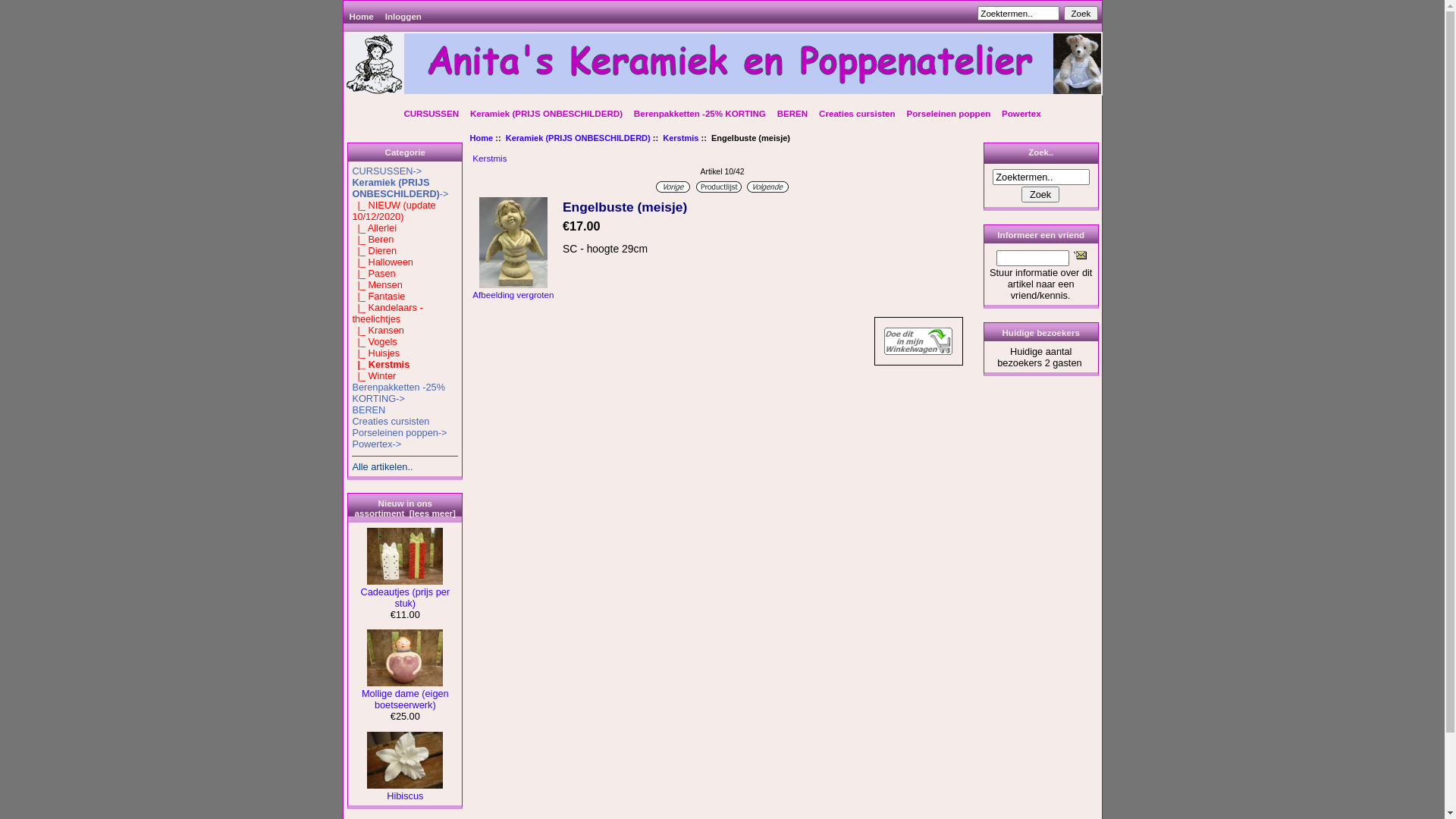 The height and width of the screenshot is (819, 1456). What do you see at coordinates (481, 137) in the screenshot?
I see `'Home'` at bounding box center [481, 137].